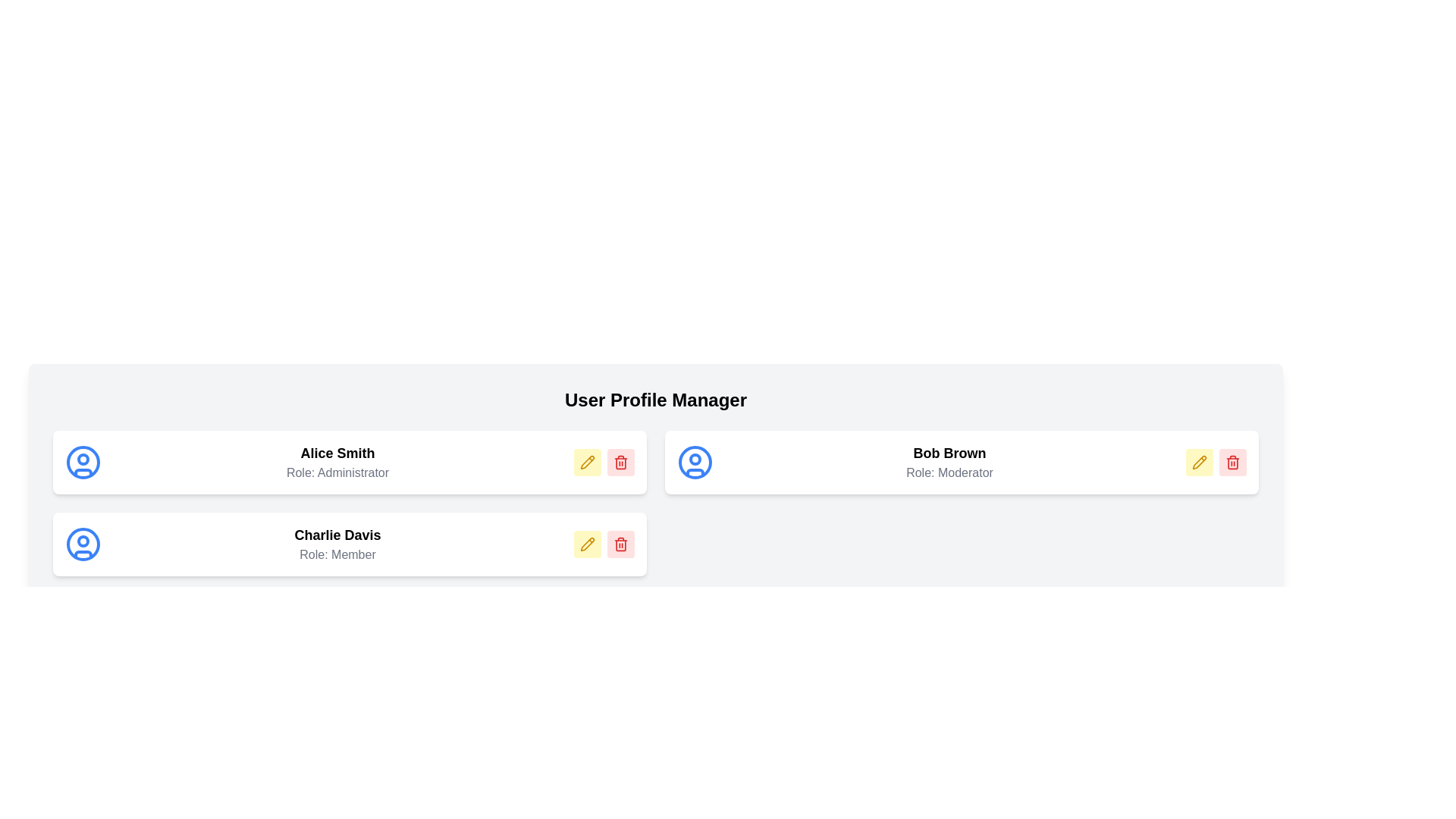 The image size is (1456, 819). What do you see at coordinates (349, 461) in the screenshot?
I see `the user profile card located at the first position in the vertical list on the left side, which displays the name and role of a user, situated above 'Charlie Davis' and to the left of 'Bob Brown'` at bounding box center [349, 461].